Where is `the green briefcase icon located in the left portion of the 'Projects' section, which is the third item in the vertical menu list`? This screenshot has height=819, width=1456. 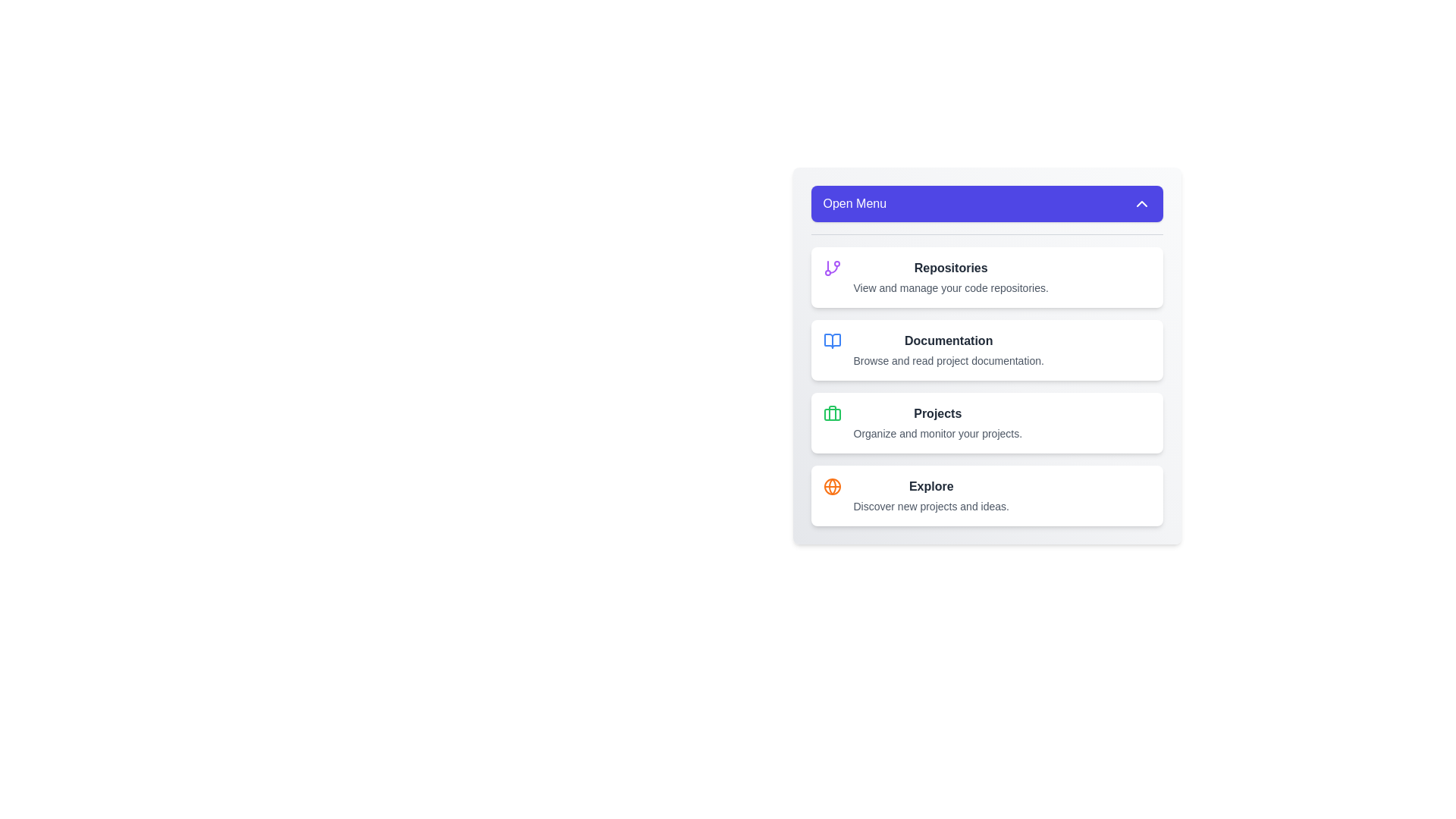 the green briefcase icon located in the left portion of the 'Projects' section, which is the third item in the vertical menu list is located at coordinates (831, 414).